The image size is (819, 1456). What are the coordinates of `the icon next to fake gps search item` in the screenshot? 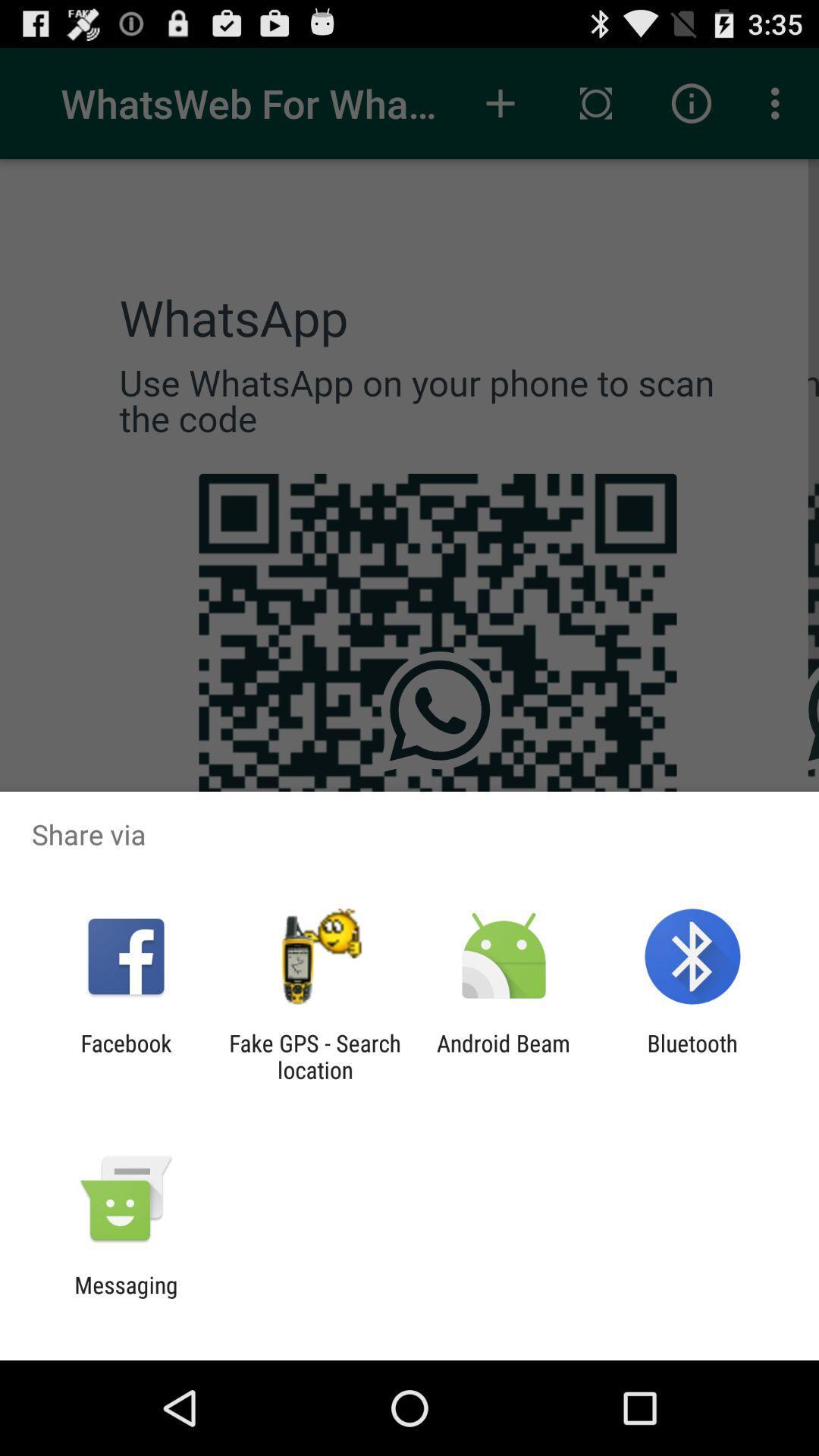 It's located at (125, 1056).